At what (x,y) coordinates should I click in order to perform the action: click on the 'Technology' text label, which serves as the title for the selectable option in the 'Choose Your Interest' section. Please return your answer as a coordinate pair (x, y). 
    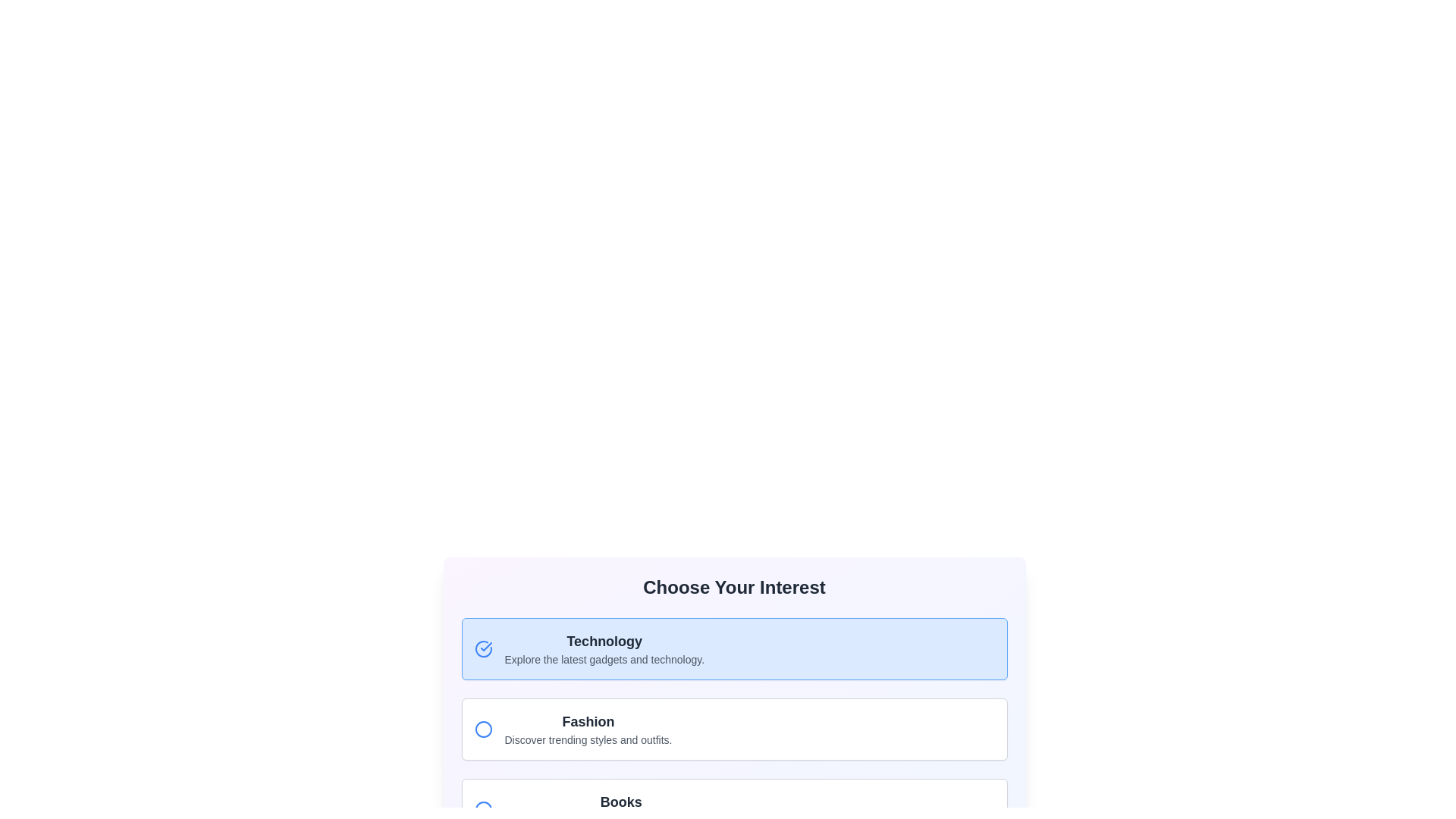
    Looking at the image, I should click on (604, 641).